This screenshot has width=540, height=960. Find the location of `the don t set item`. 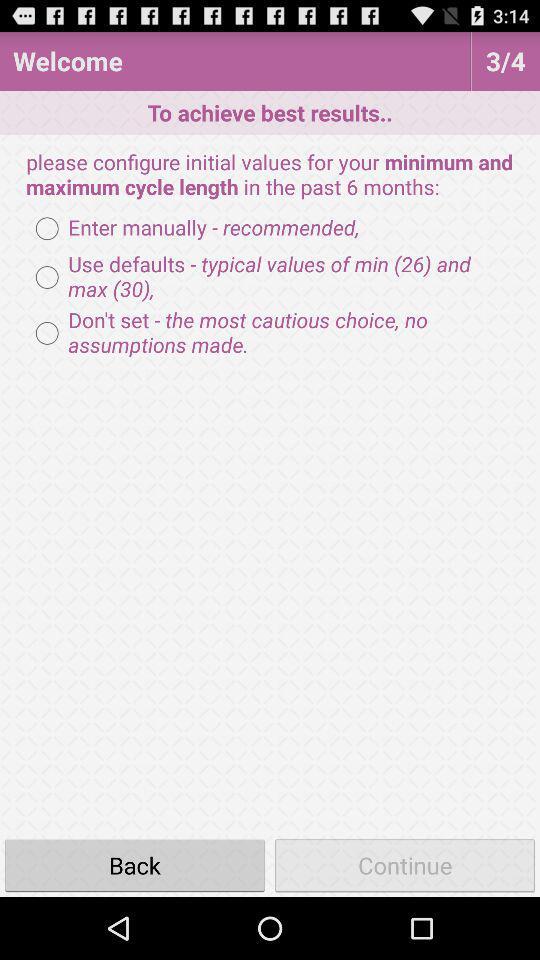

the don t set item is located at coordinates (270, 333).